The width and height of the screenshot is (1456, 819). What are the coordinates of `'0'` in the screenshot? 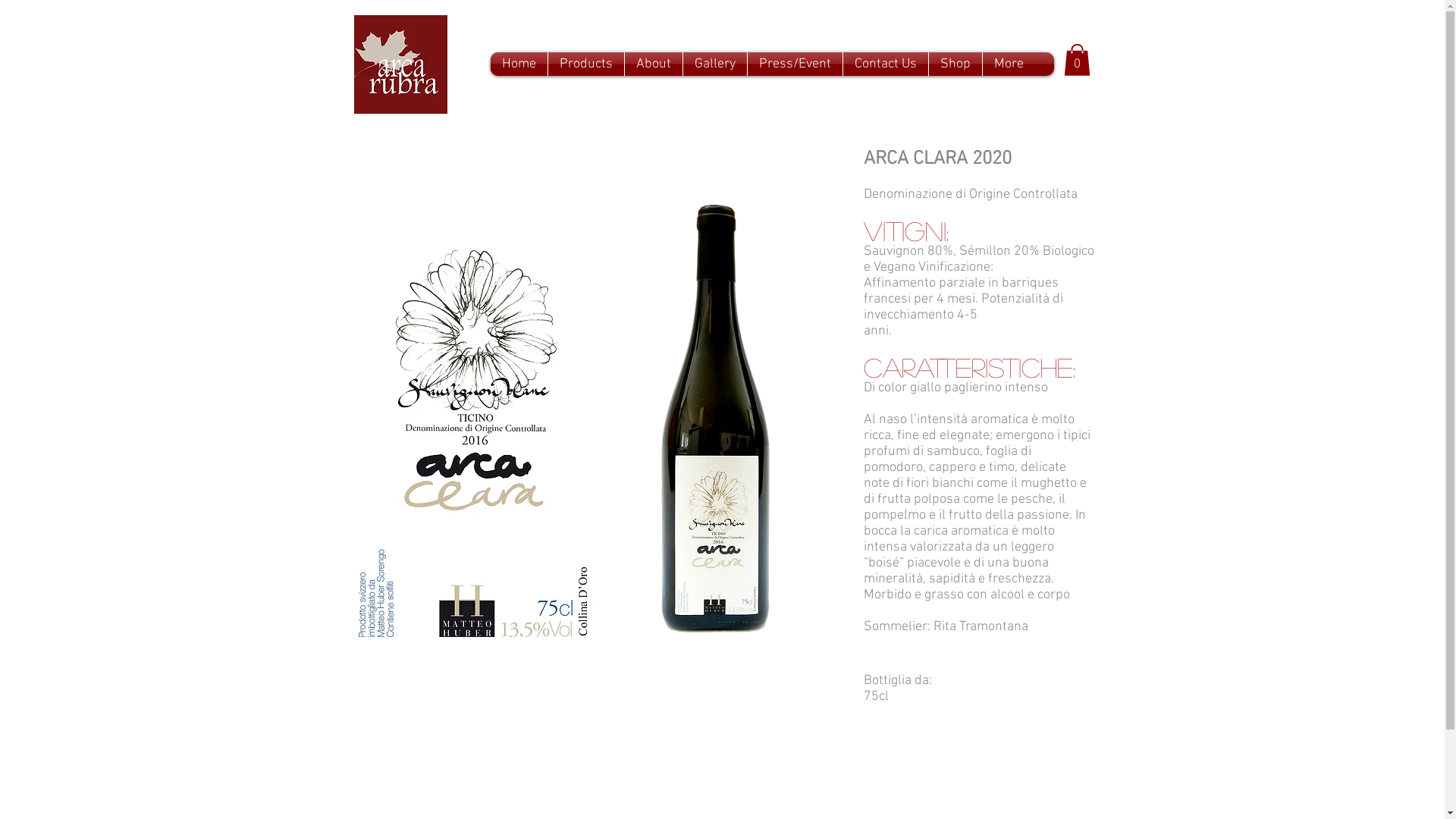 It's located at (1075, 58).